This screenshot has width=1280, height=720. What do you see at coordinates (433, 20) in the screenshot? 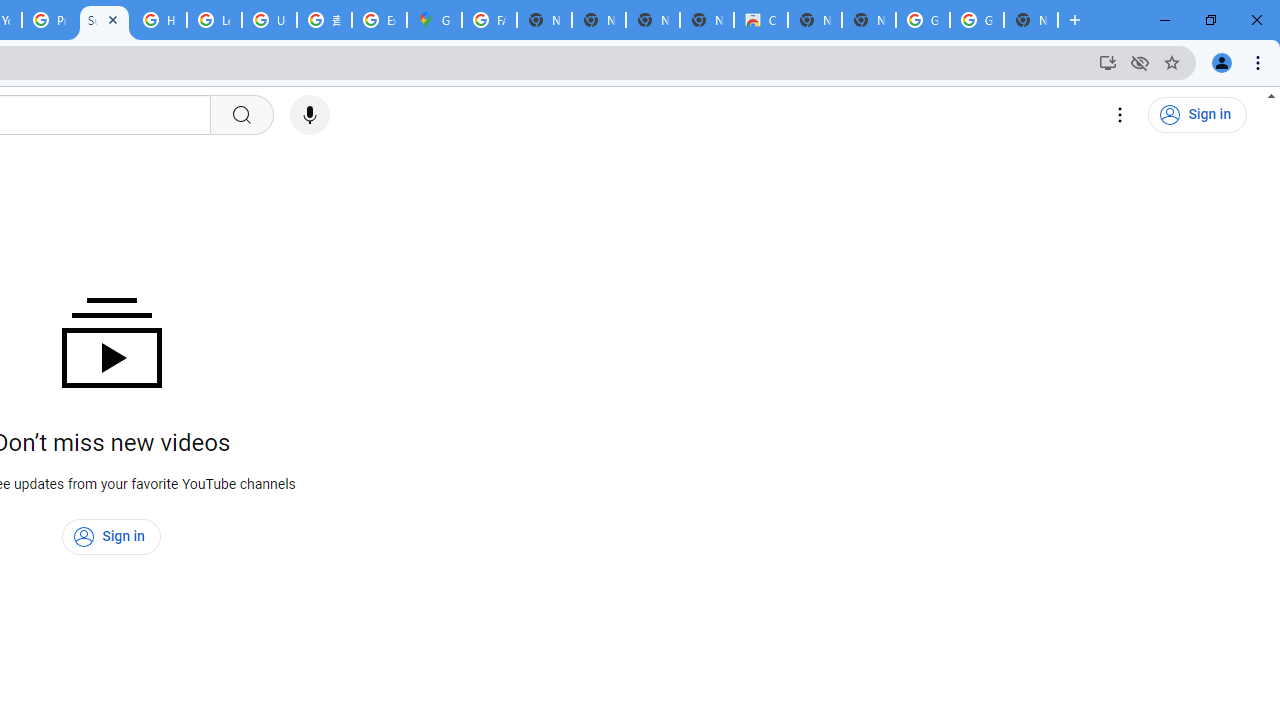
I see `'Google Maps'` at bounding box center [433, 20].